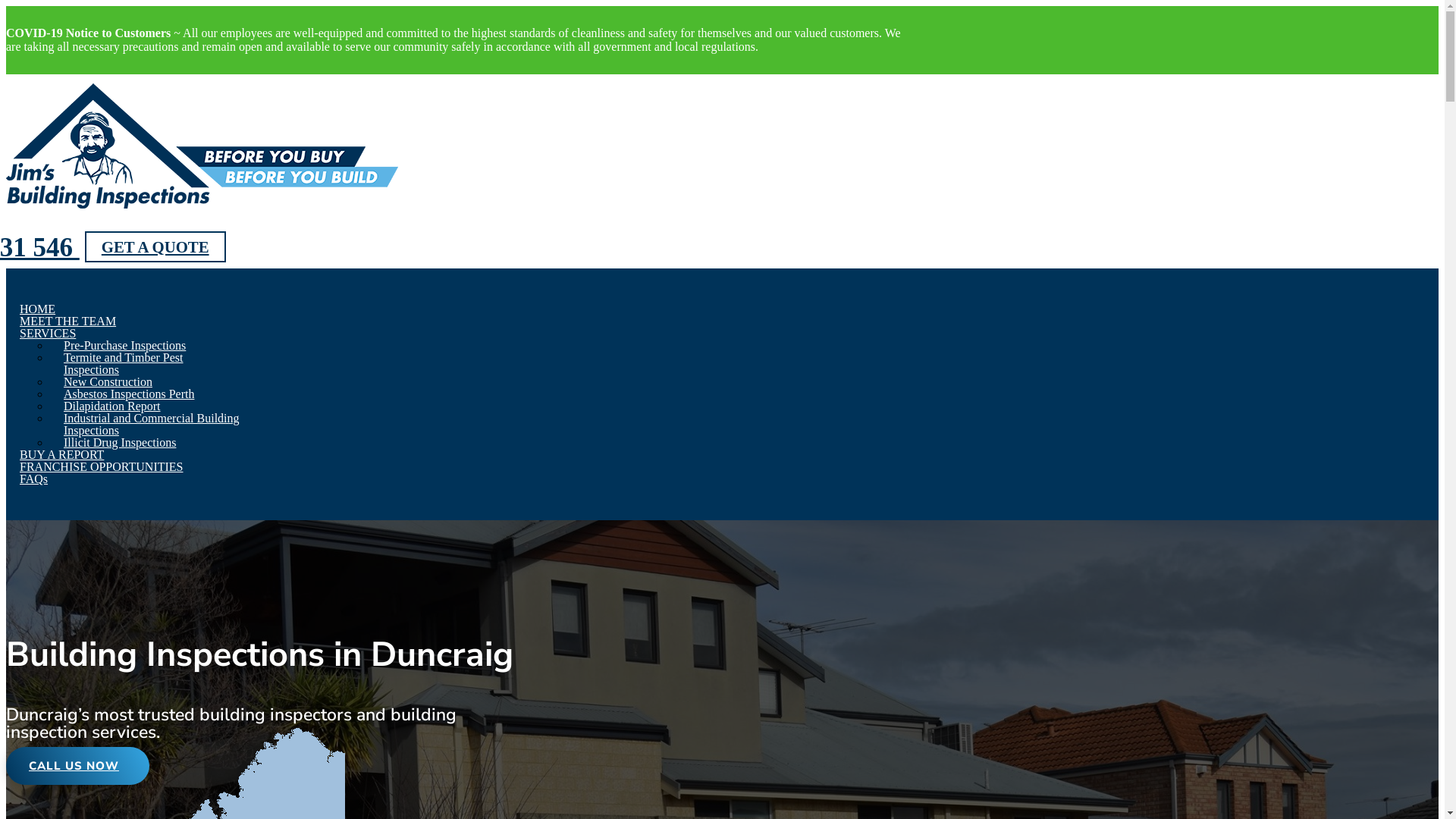  Describe the element at coordinates (19, 466) in the screenshot. I see `'FRANCHISE OPPORTUNITIES'` at that location.